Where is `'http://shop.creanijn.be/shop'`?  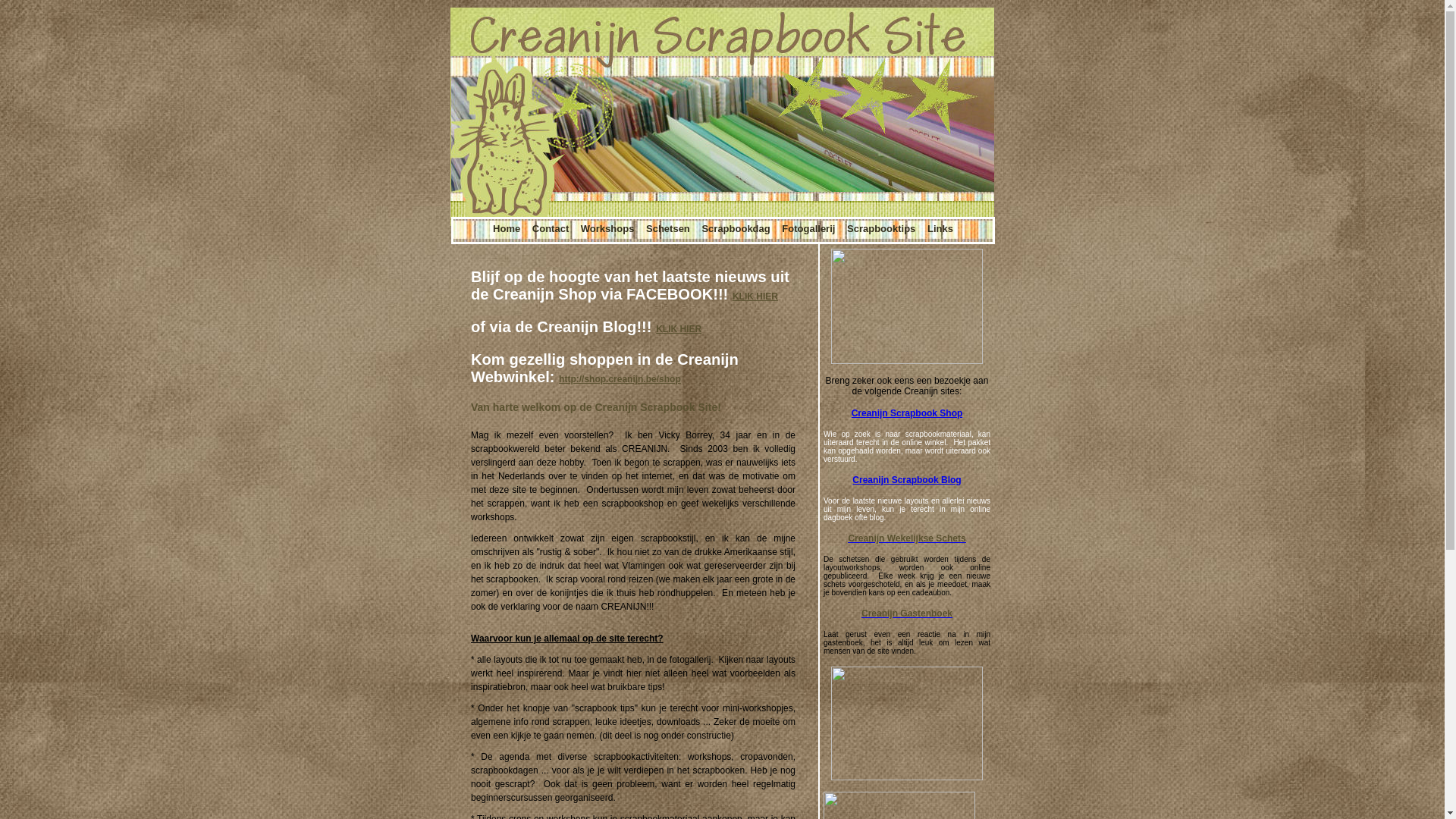
'http://shop.creanijn.be/shop' is located at coordinates (558, 378).